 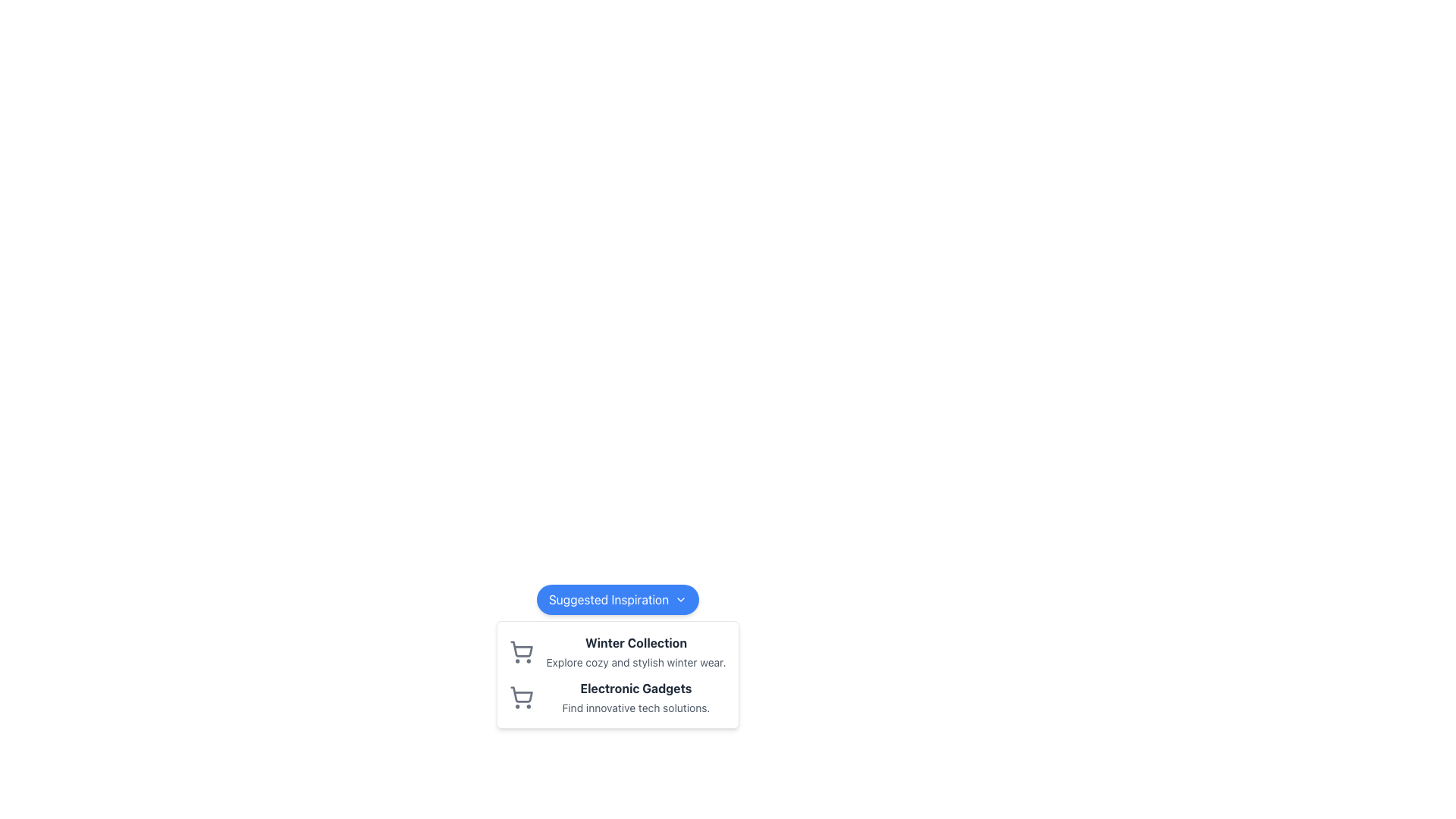 I want to click on the 'Winter Collection' section, which features a bold title and a shopping cart icon, so click(x=618, y=651).